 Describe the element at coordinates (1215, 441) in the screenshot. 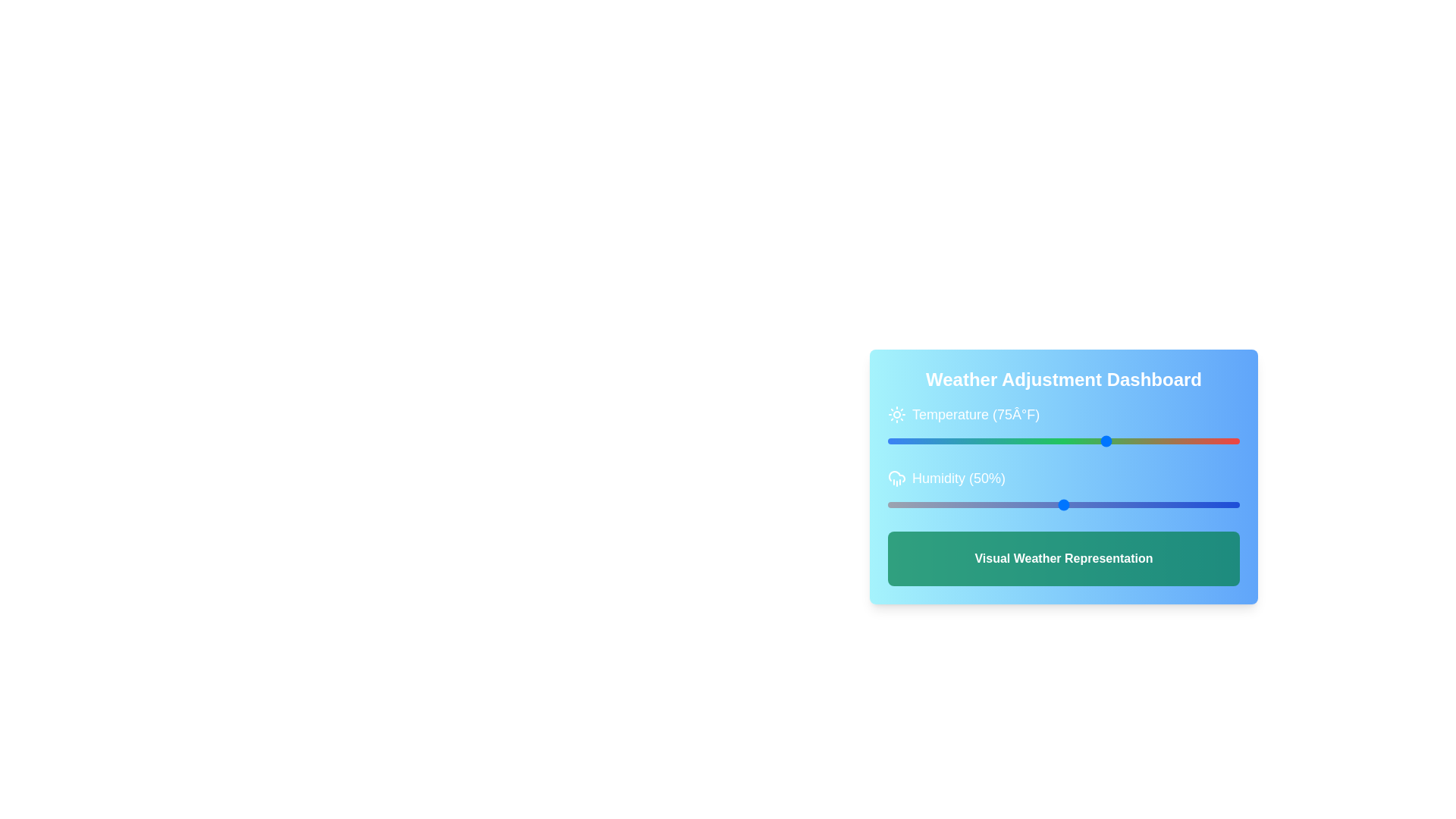

I see `the temperature slider to 136 degrees Fahrenheit` at that location.